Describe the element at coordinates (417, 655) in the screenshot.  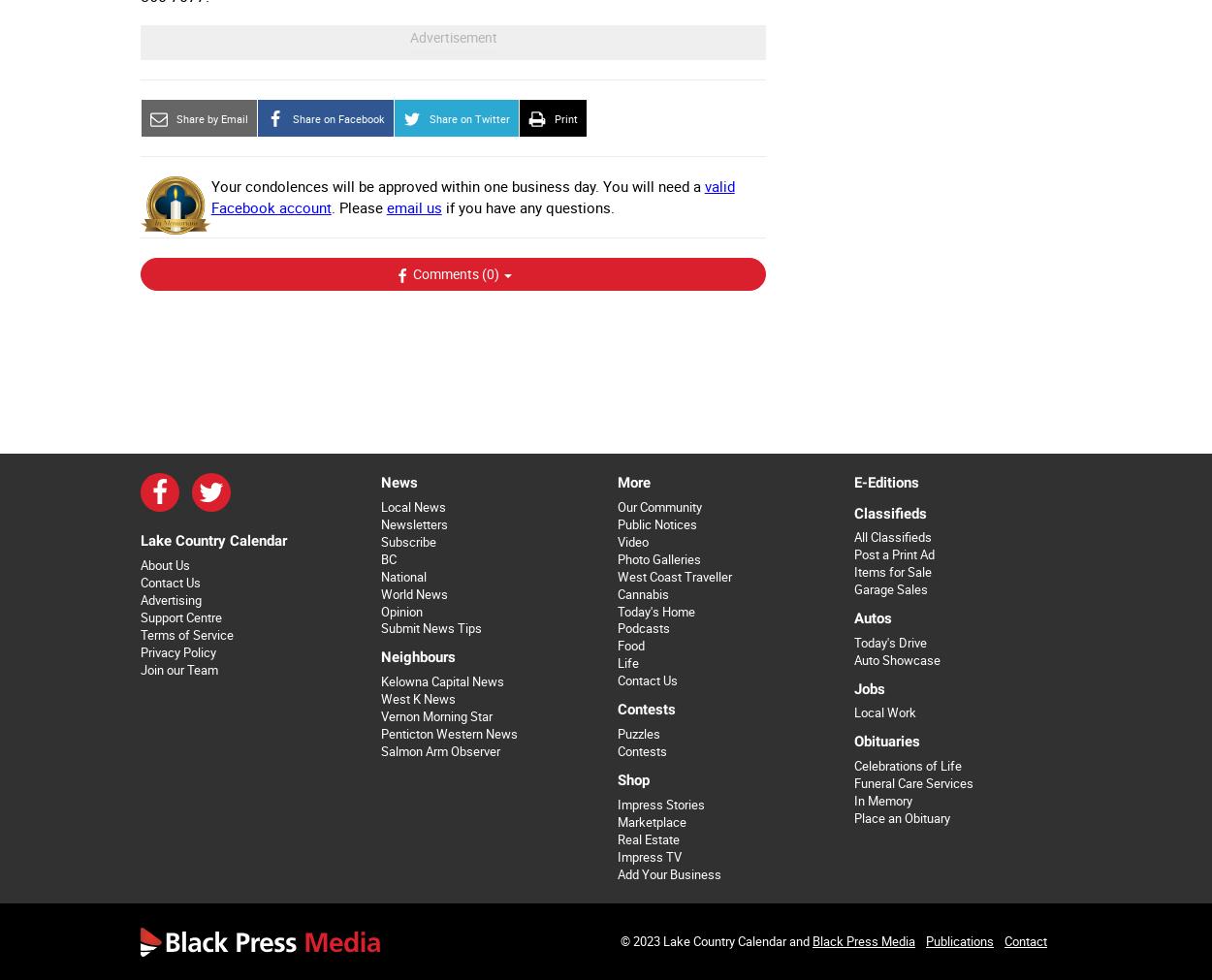
I see `'Neighbours'` at that location.